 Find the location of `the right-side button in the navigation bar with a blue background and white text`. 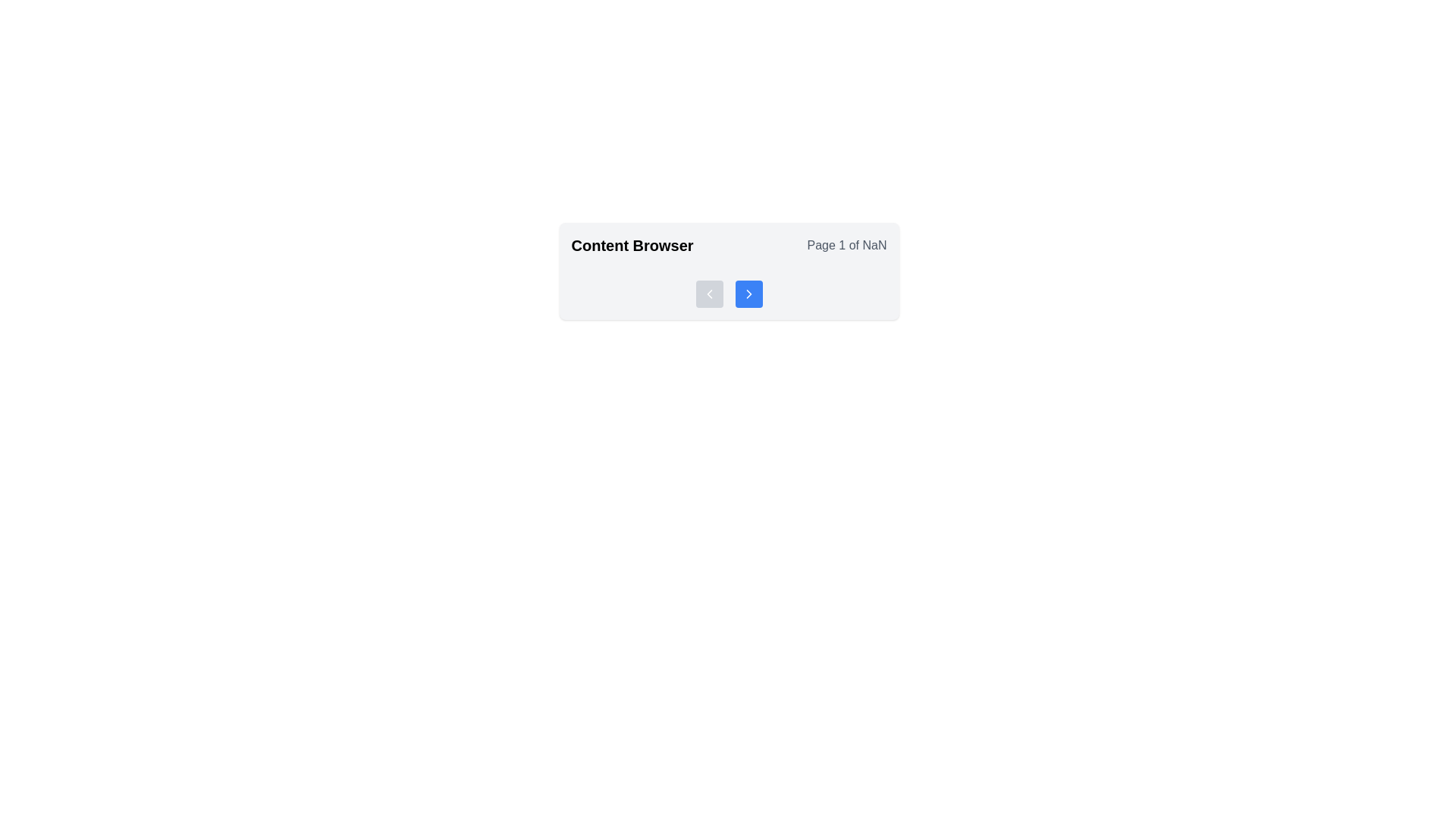

the right-side button in the navigation bar with a blue background and white text is located at coordinates (748, 294).